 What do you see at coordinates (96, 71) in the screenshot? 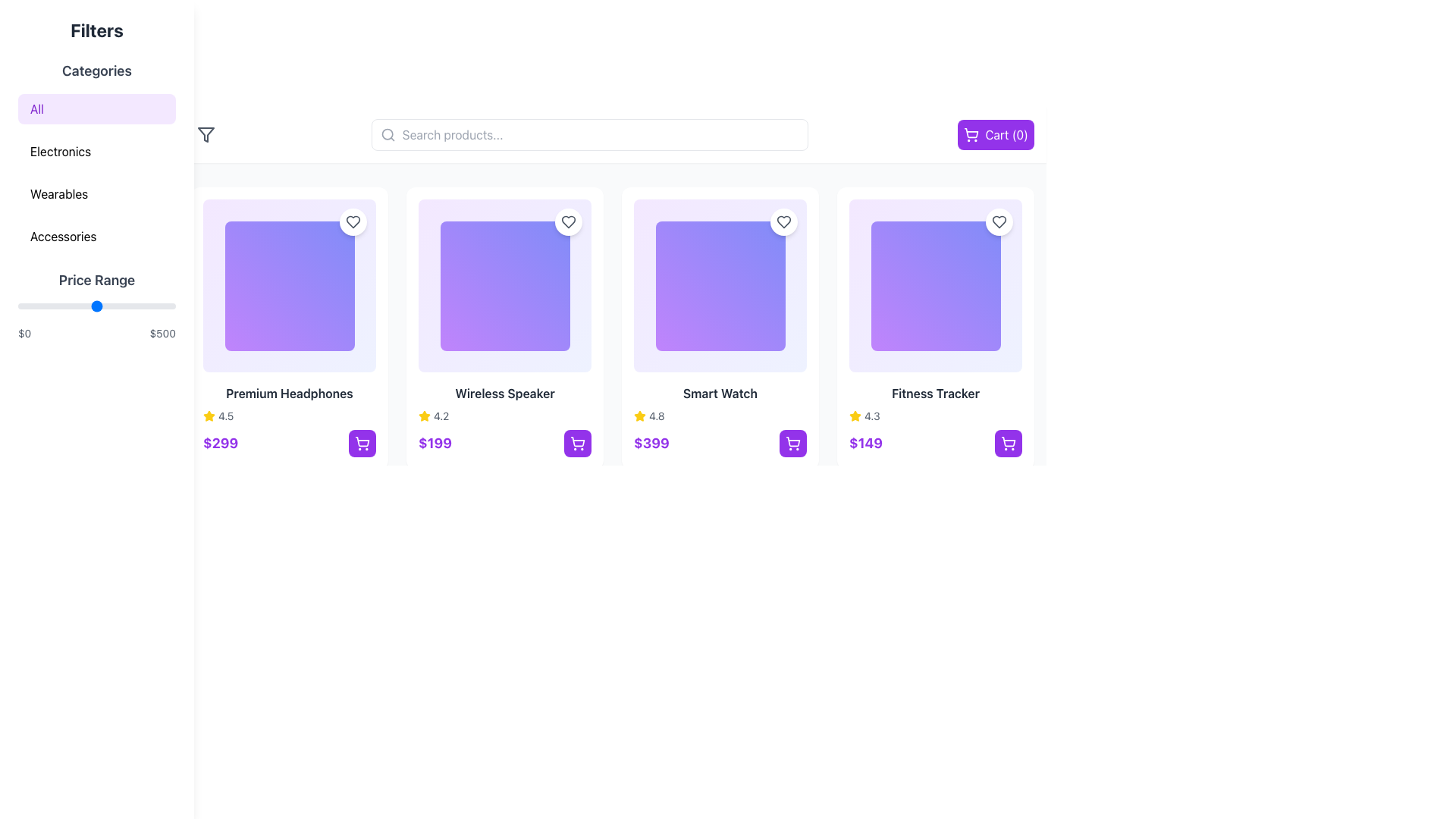
I see `the Text header located at the top of the filtering options in the left sidebar, which introduces the grouped options below it` at bounding box center [96, 71].